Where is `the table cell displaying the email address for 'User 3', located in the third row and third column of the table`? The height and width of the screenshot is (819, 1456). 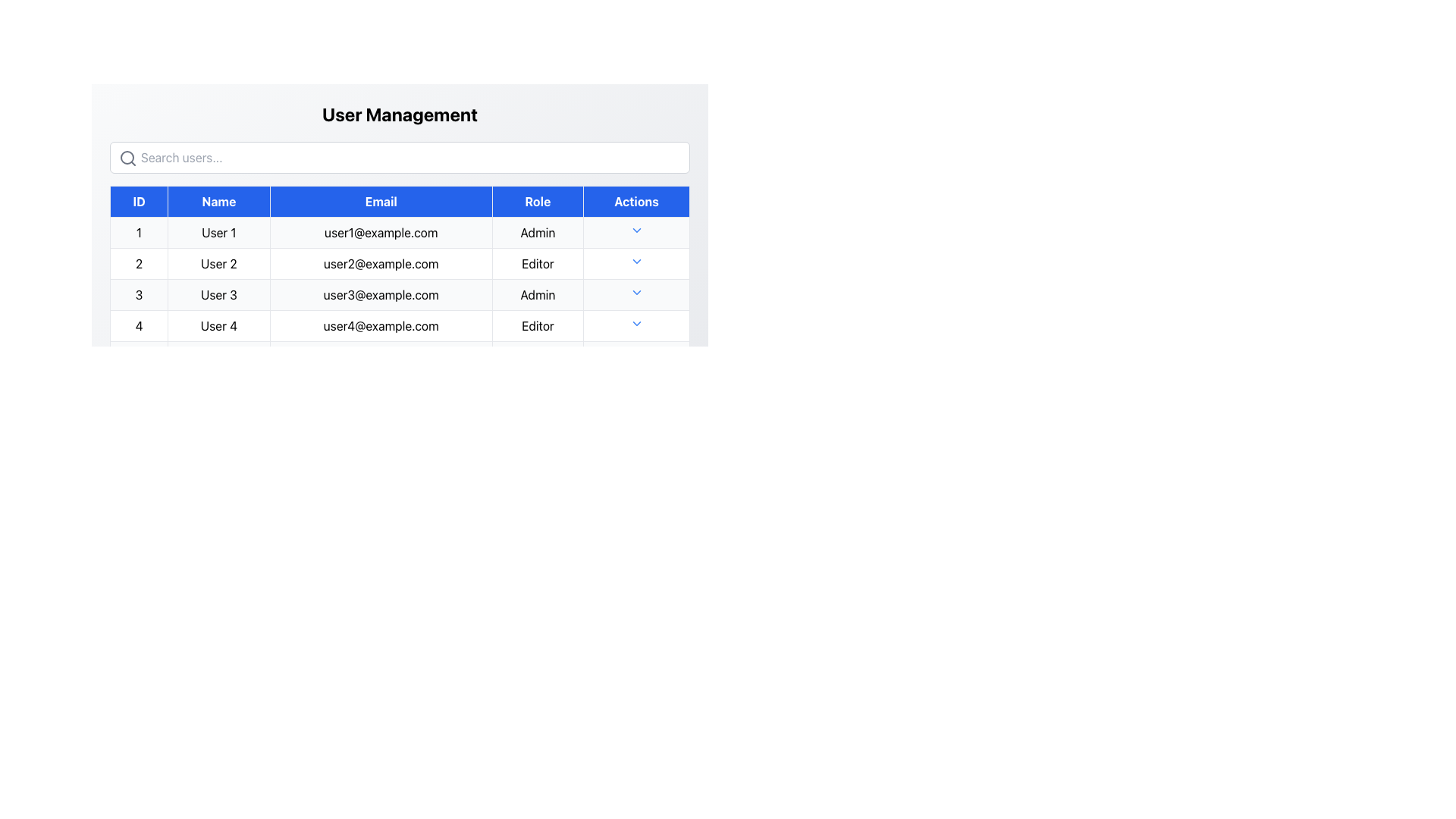
the table cell displaying the email address for 'User 3', located in the third row and third column of the table is located at coordinates (381, 295).